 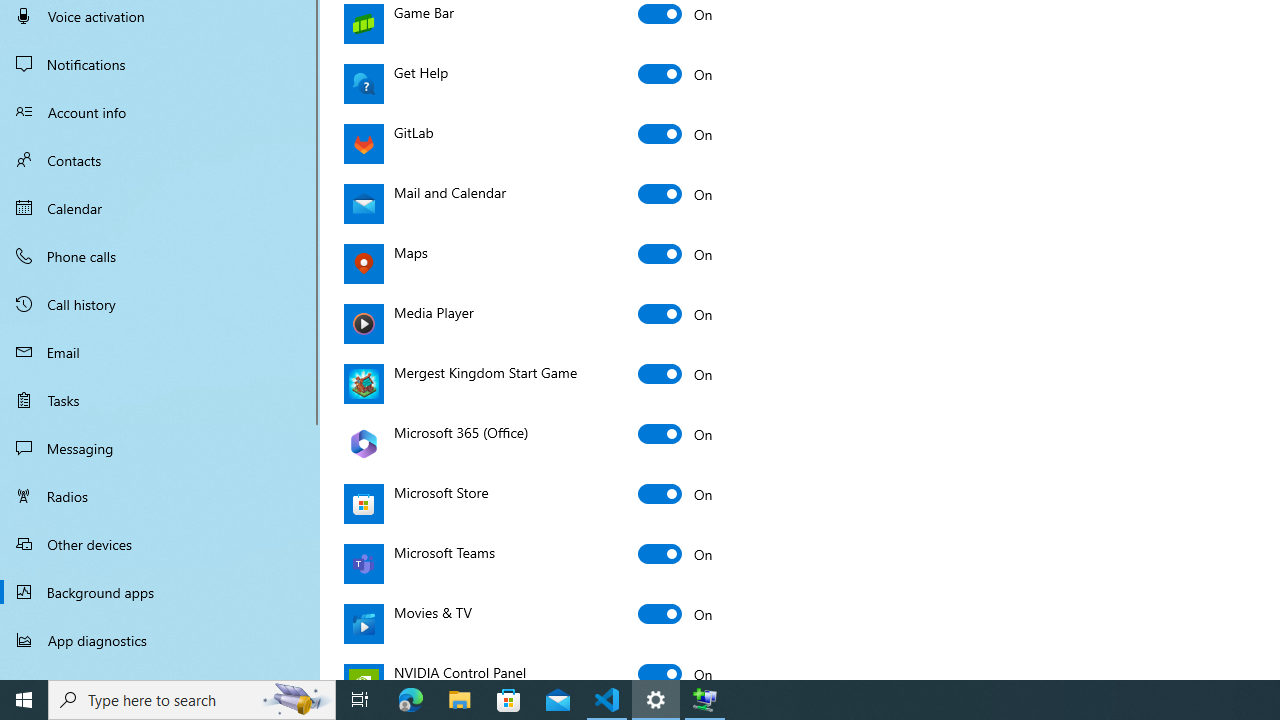 I want to click on 'Task View', so click(x=359, y=698).